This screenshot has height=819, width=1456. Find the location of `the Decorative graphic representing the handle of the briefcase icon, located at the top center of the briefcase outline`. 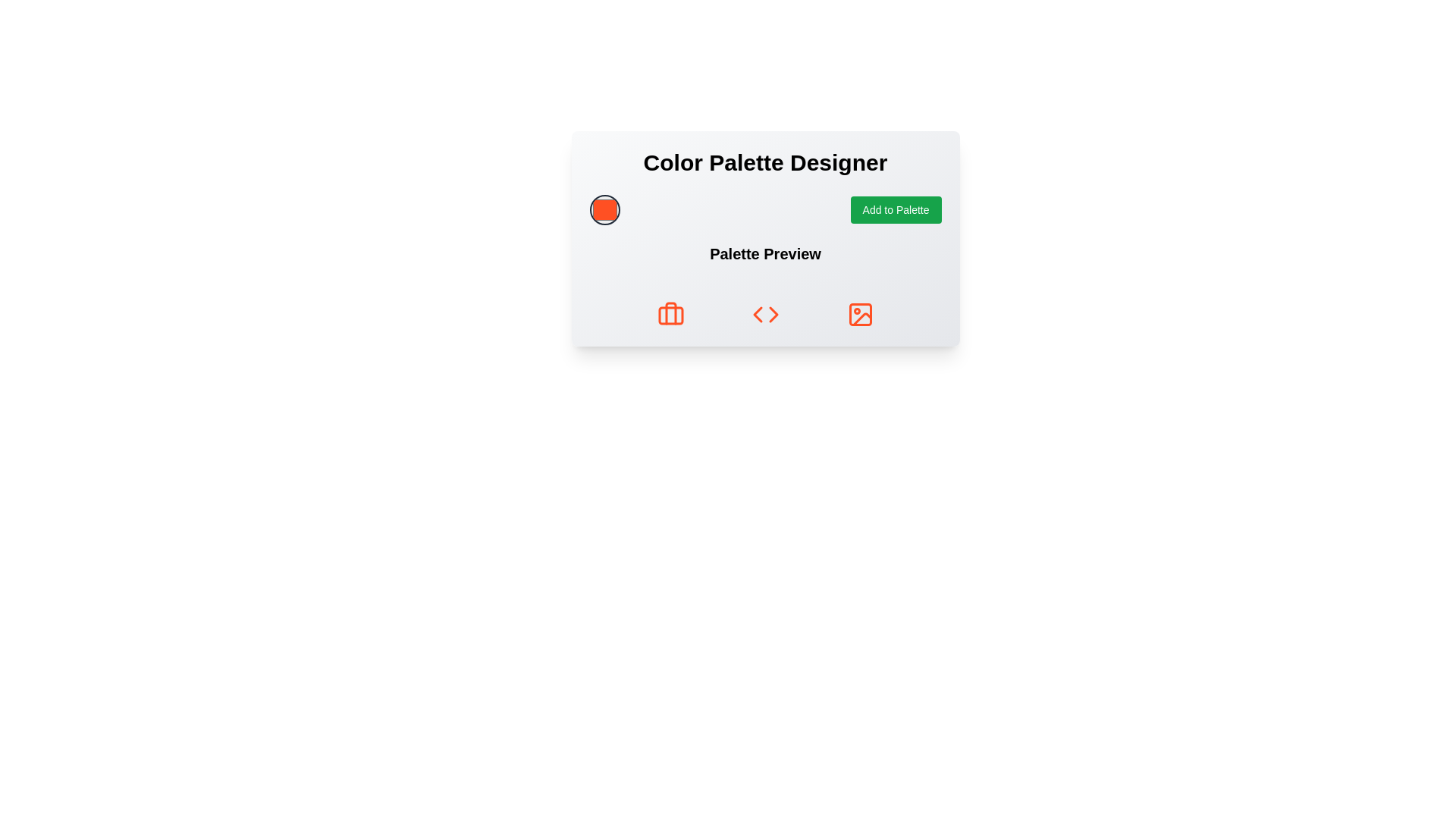

the Decorative graphic representing the handle of the briefcase icon, located at the top center of the briefcase outline is located at coordinates (670, 312).